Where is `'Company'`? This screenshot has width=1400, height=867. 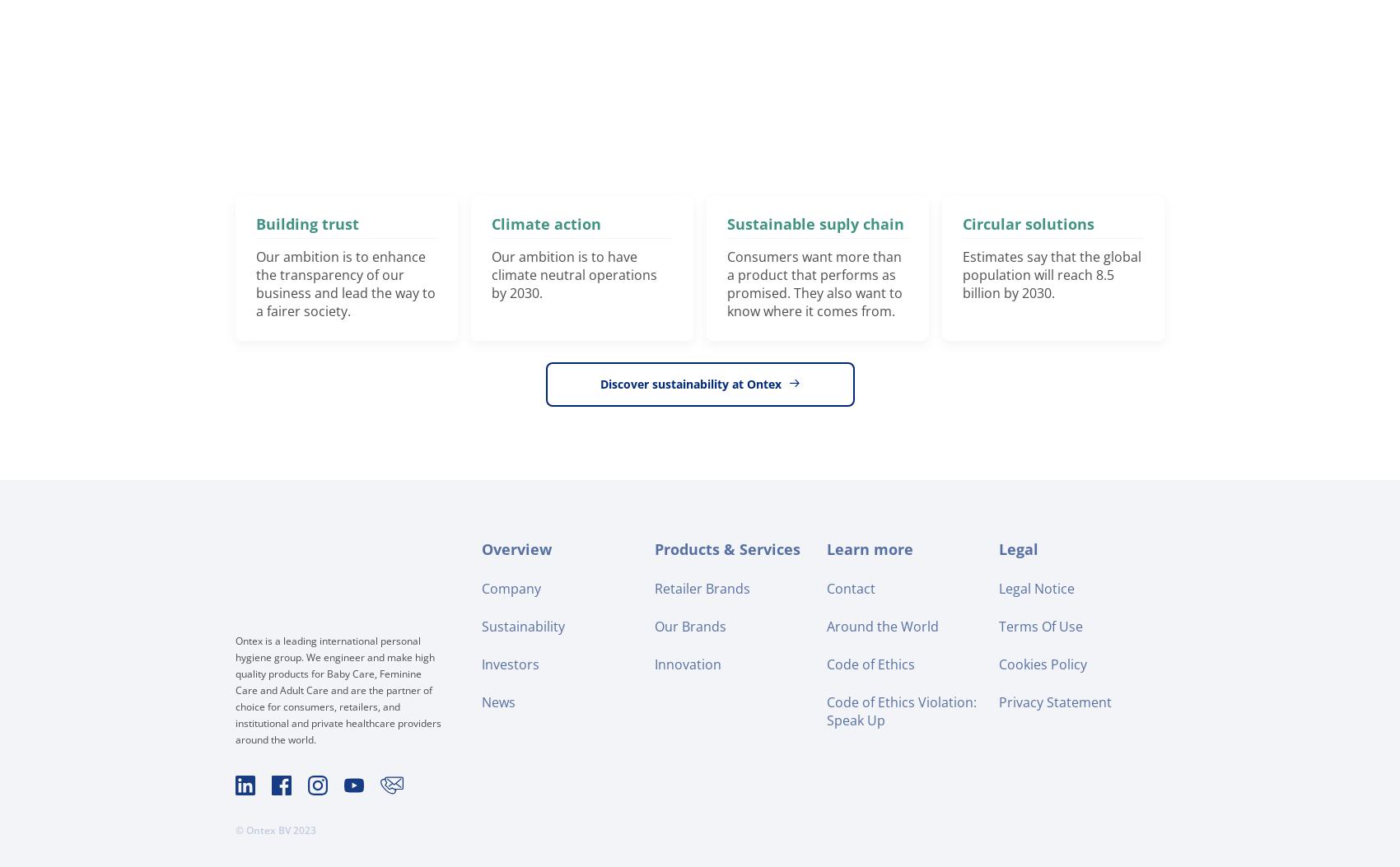 'Company' is located at coordinates (511, 588).